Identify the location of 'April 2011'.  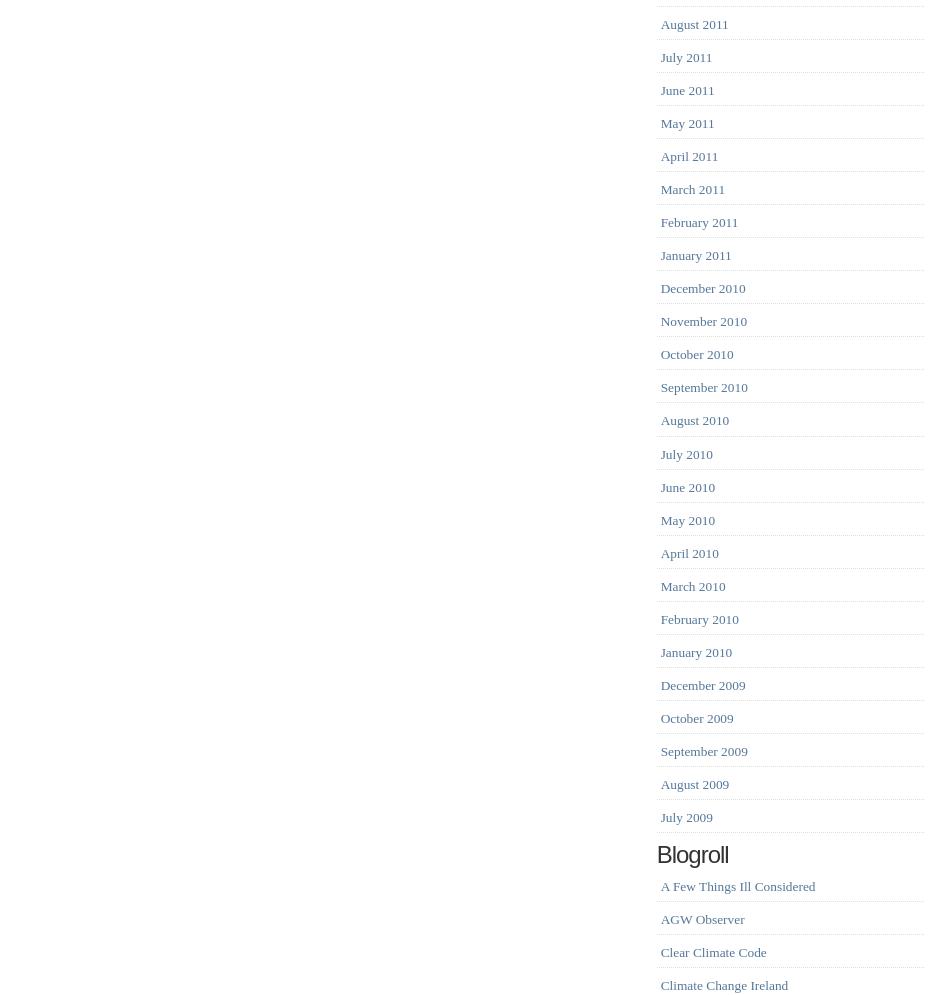
(688, 155).